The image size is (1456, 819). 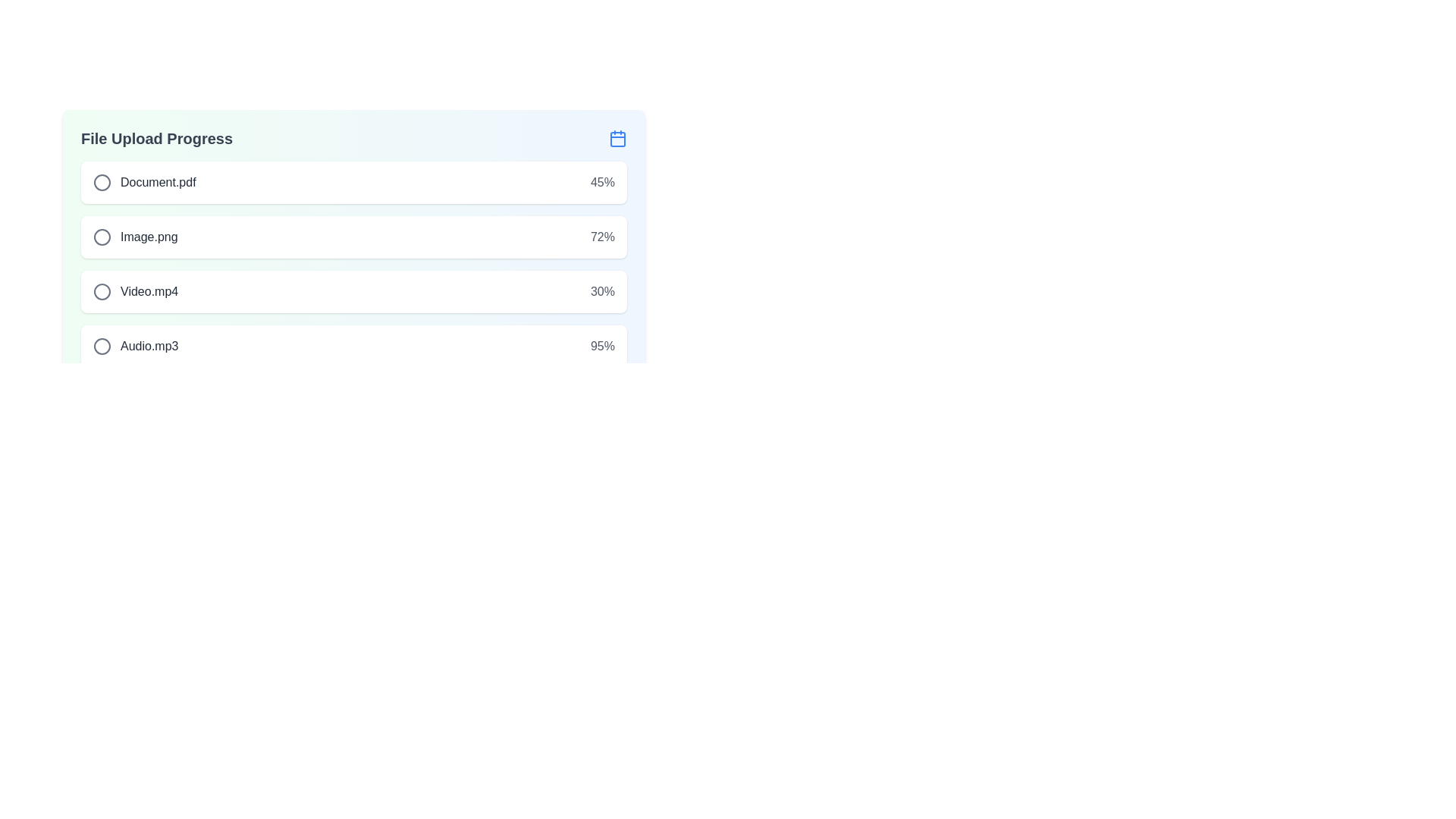 What do you see at coordinates (602, 346) in the screenshot?
I see `the text label displaying '95%' that indicates the upload progress of 'Audio.mp3.'` at bounding box center [602, 346].